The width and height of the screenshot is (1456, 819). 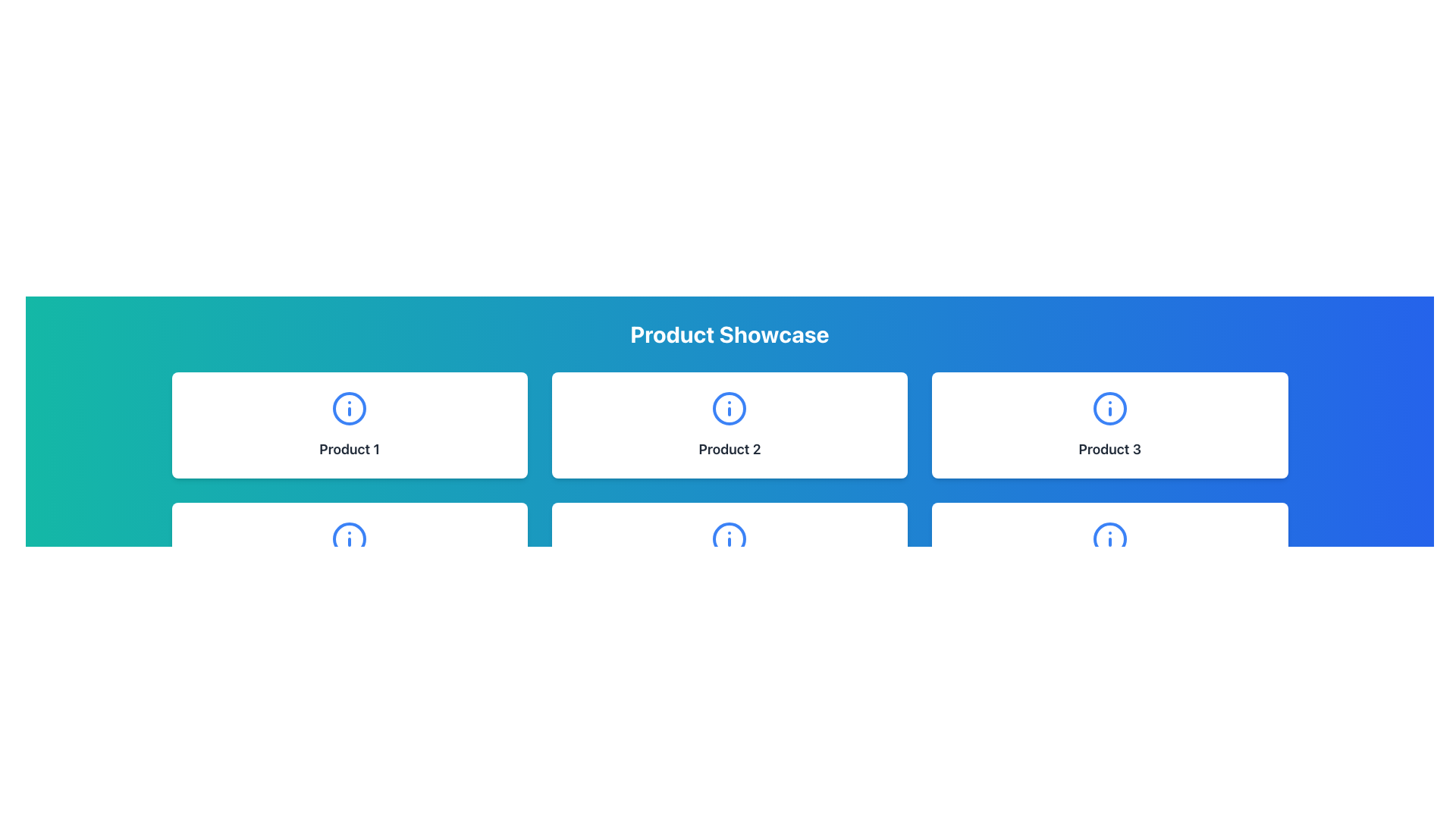 What do you see at coordinates (730, 555) in the screenshot?
I see `the Informational Card representing 'Product 5' located` at bounding box center [730, 555].